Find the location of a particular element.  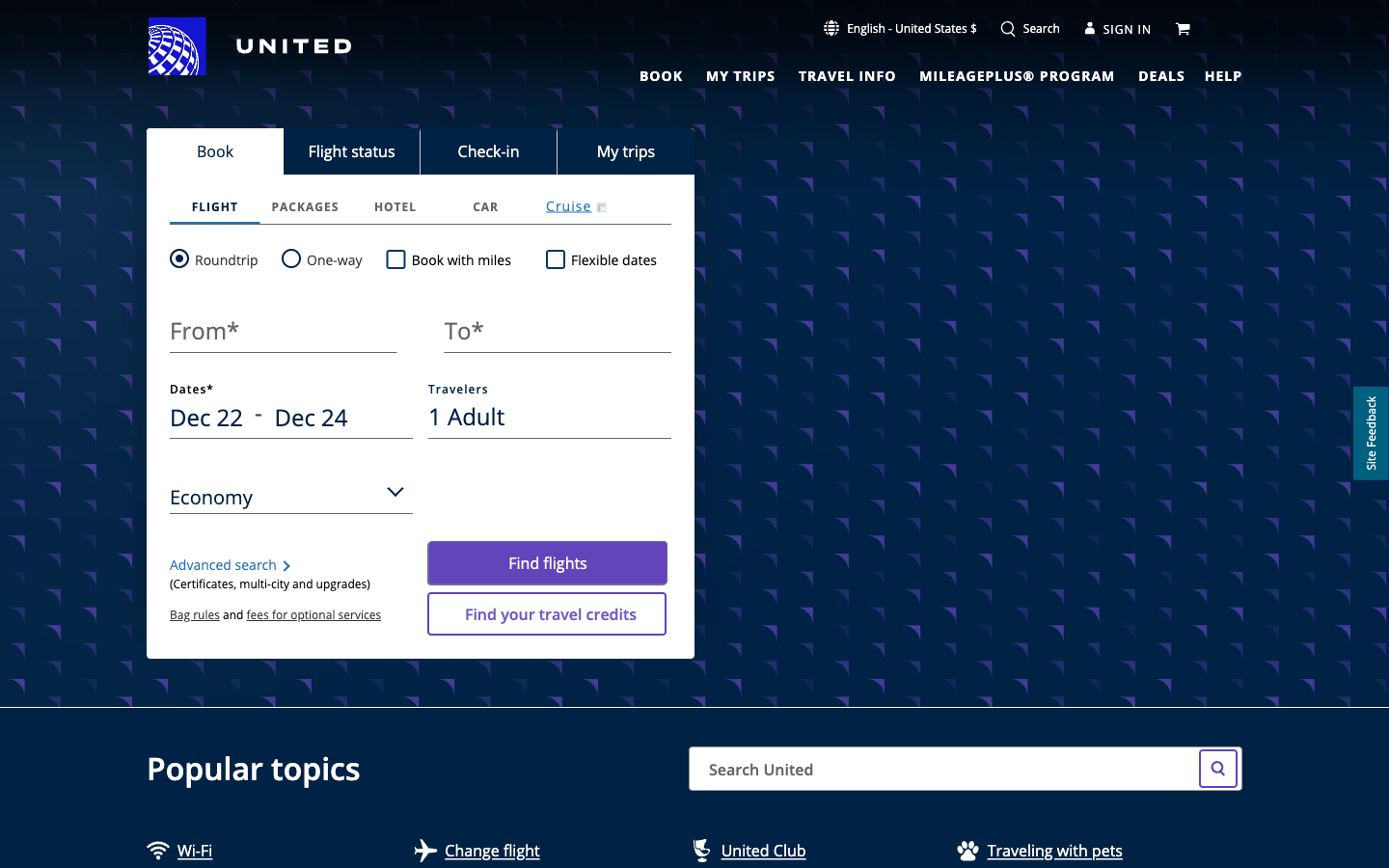

Redirect to Sign In page is located at coordinates (1118, 27).